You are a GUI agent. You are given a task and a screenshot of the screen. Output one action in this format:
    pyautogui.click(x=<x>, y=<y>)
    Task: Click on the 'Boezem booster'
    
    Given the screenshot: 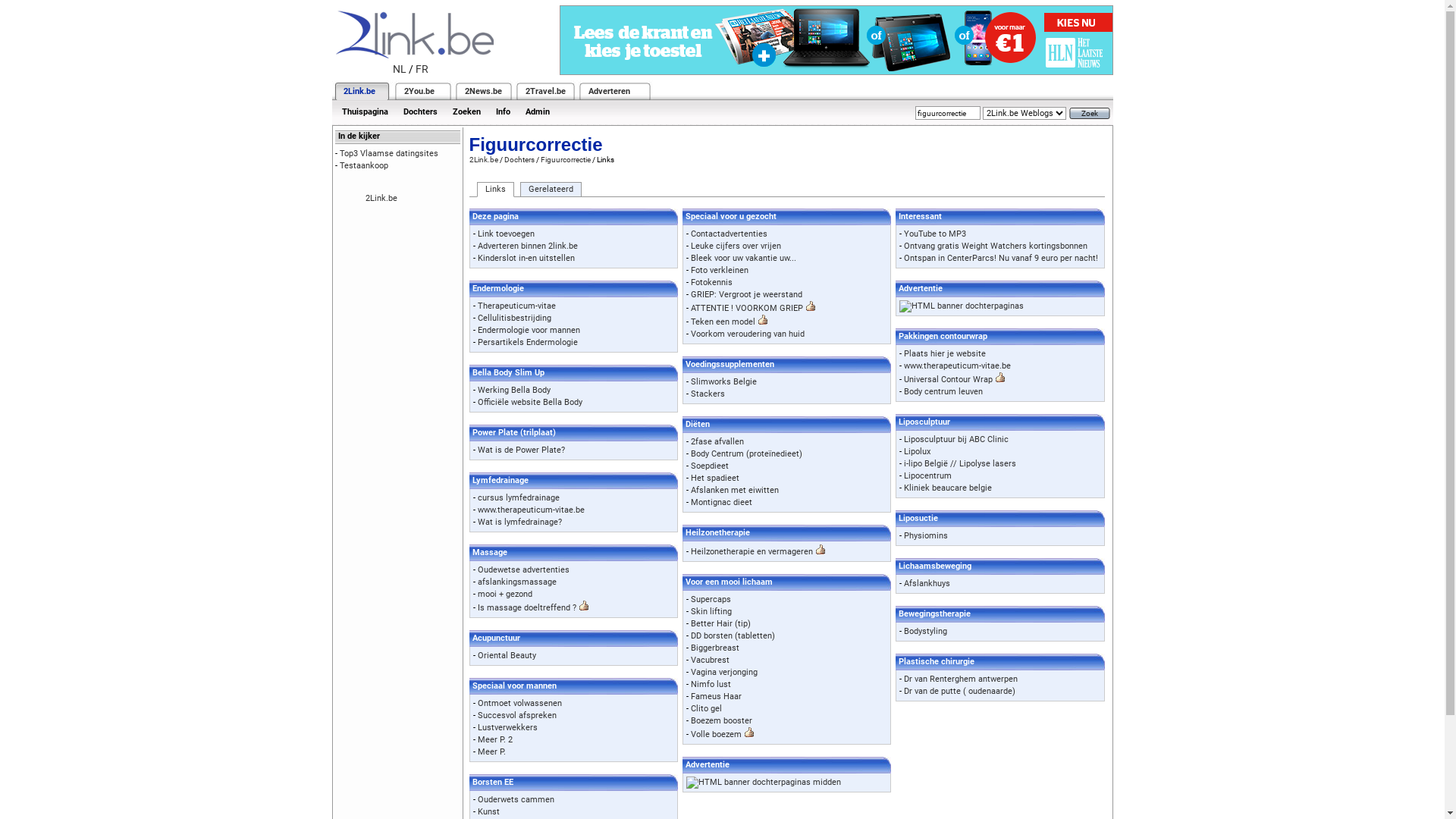 What is the action you would take?
    pyautogui.click(x=720, y=720)
    